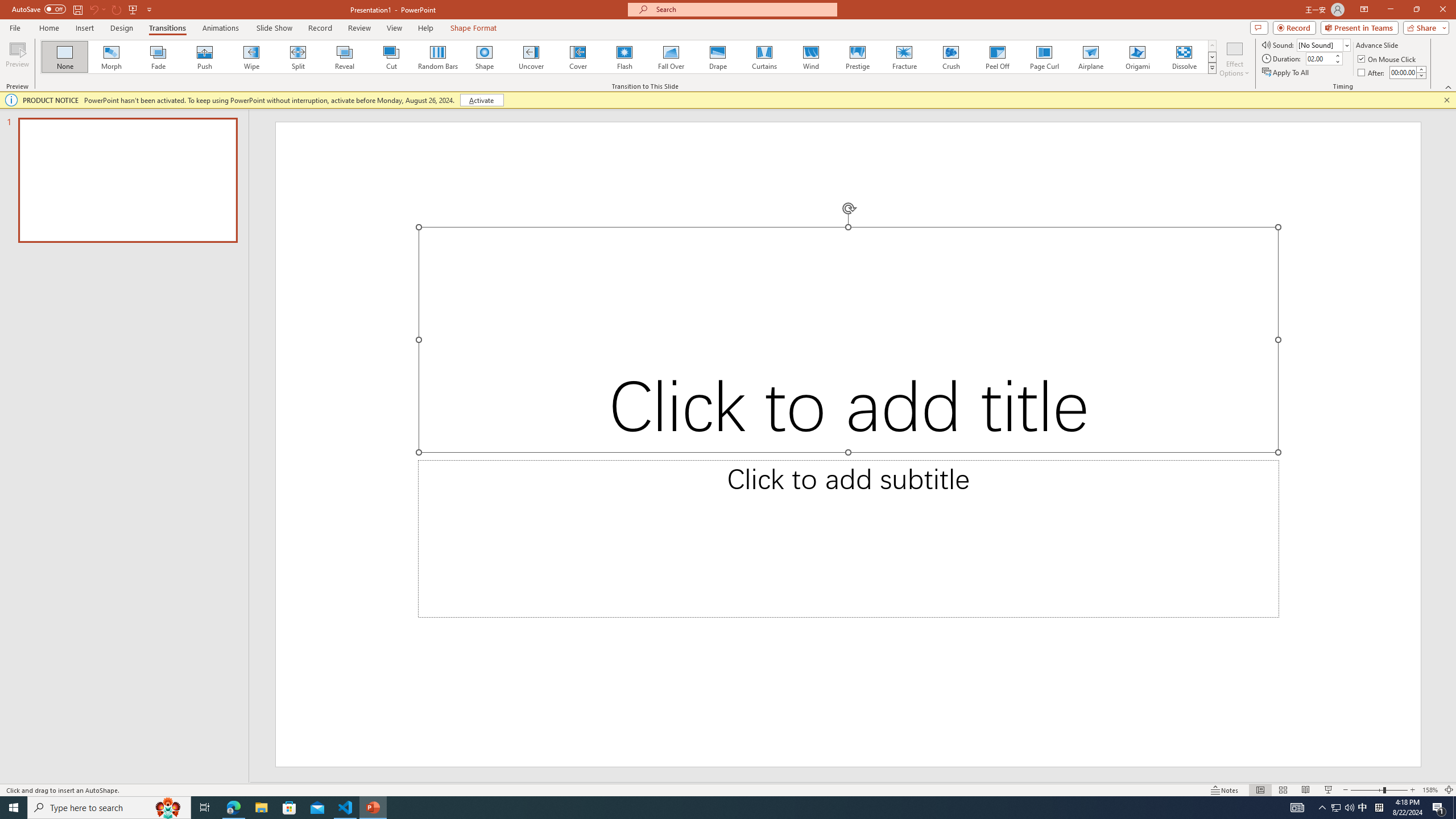 The width and height of the screenshot is (1456, 819). What do you see at coordinates (473, 28) in the screenshot?
I see `'Shape Format'` at bounding box center [473, 28].